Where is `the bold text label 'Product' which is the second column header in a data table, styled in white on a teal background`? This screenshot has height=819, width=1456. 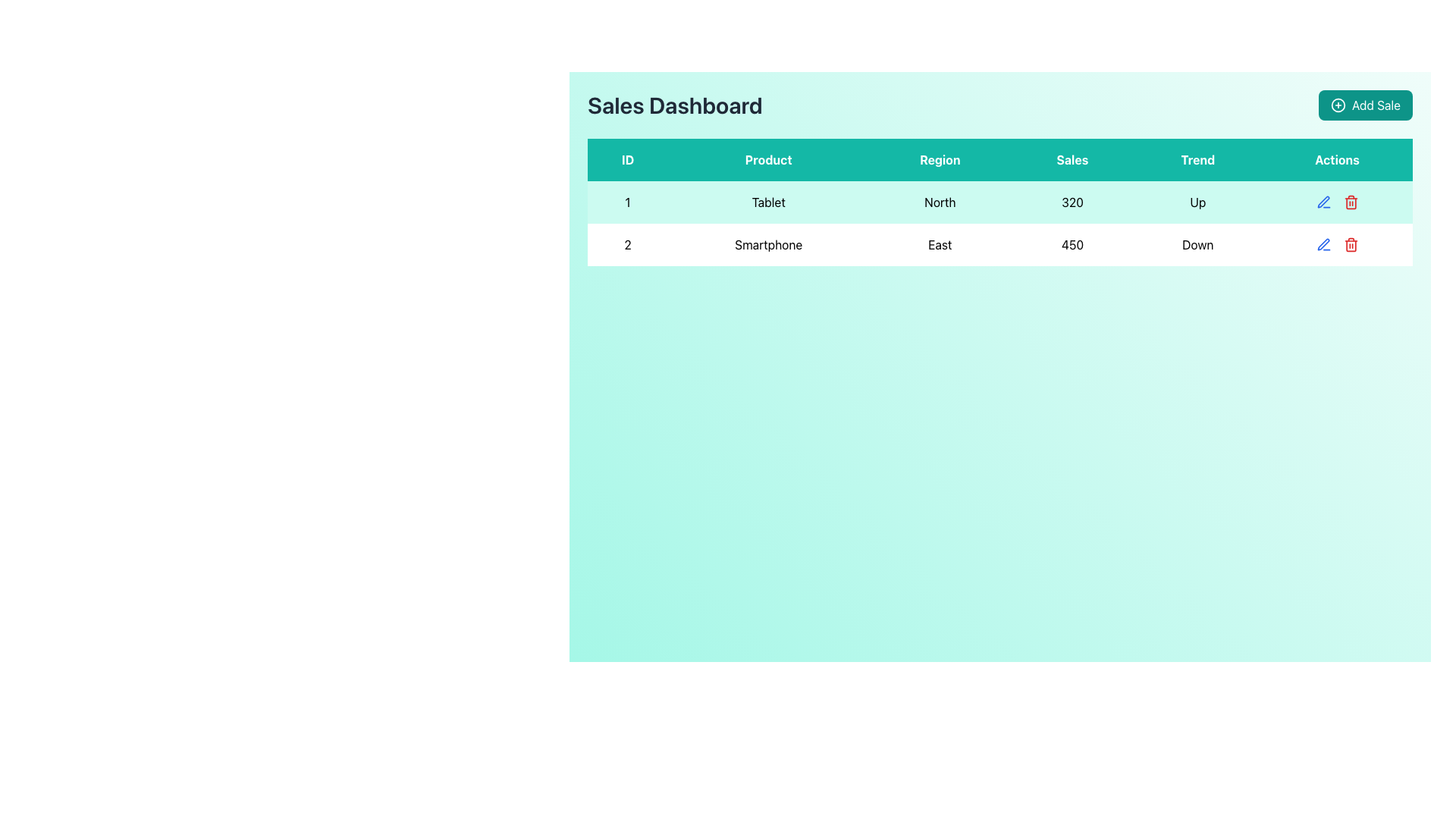 the bold text label 'Product' which is the second column header in a data table, styled in white on a teal background is located at coordinates (768, 160).